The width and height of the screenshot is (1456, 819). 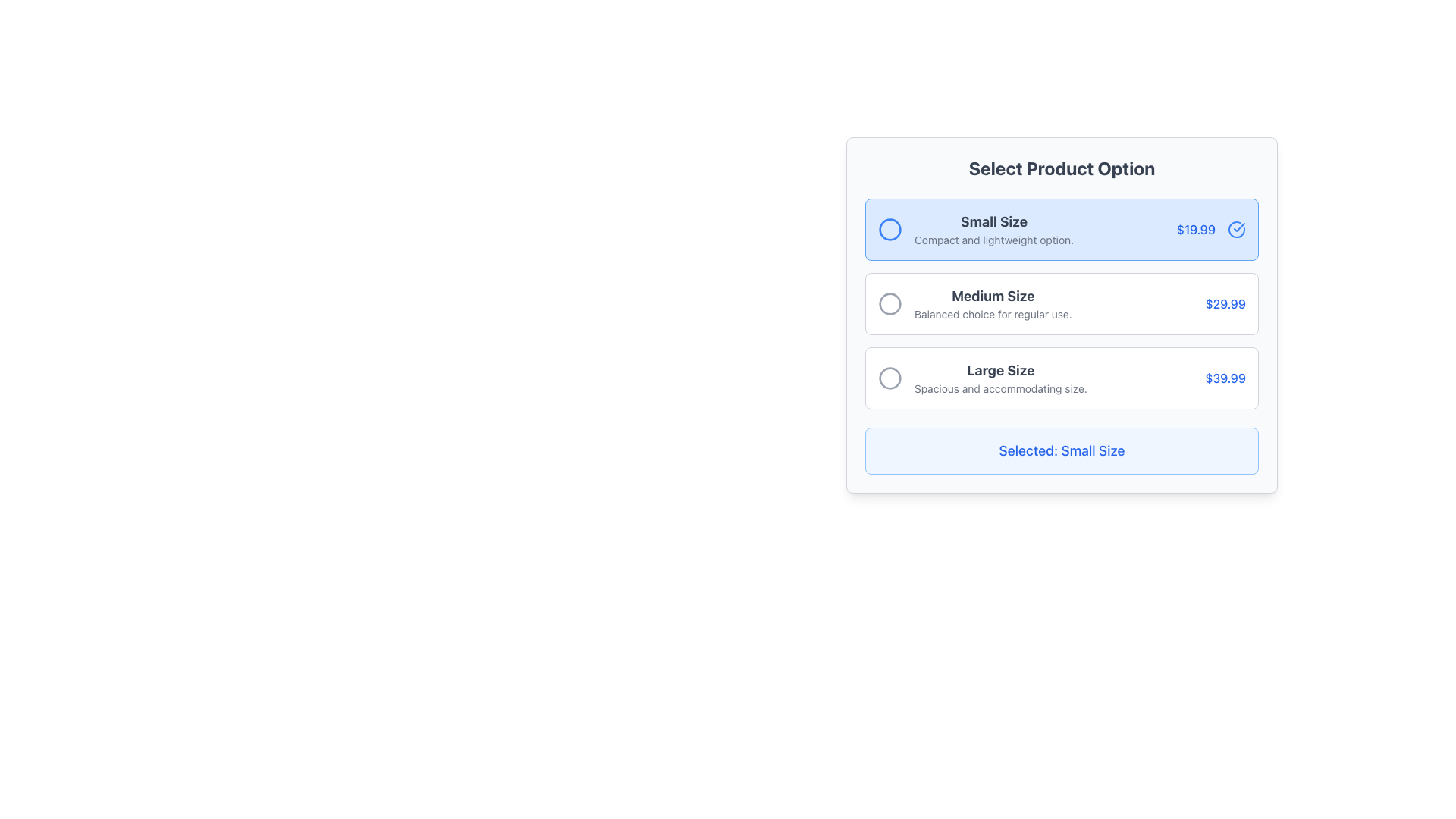 What do you see at coordinates (993, 296) in the screenshot?
I see `the 'Medium Size' text label, which is styled in bold, large, dark gray font and serves as a title within the size options section` at bounding box center [993, 296].